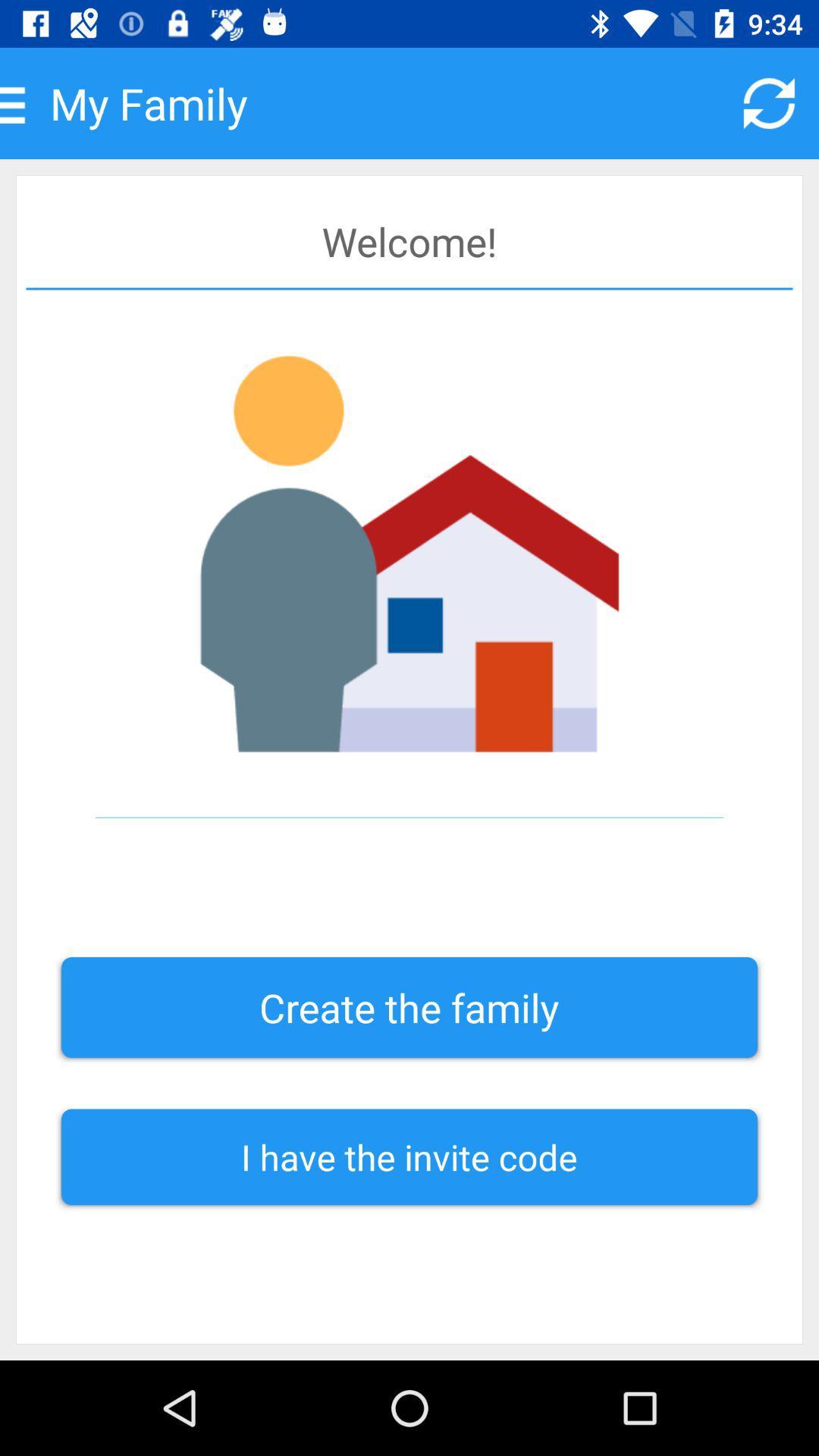 This screenshot has height=1456, width=819. What do you see at coordinates (769, 102) in the screenshot?
I see `refresh` at bounding box center [769, 102].